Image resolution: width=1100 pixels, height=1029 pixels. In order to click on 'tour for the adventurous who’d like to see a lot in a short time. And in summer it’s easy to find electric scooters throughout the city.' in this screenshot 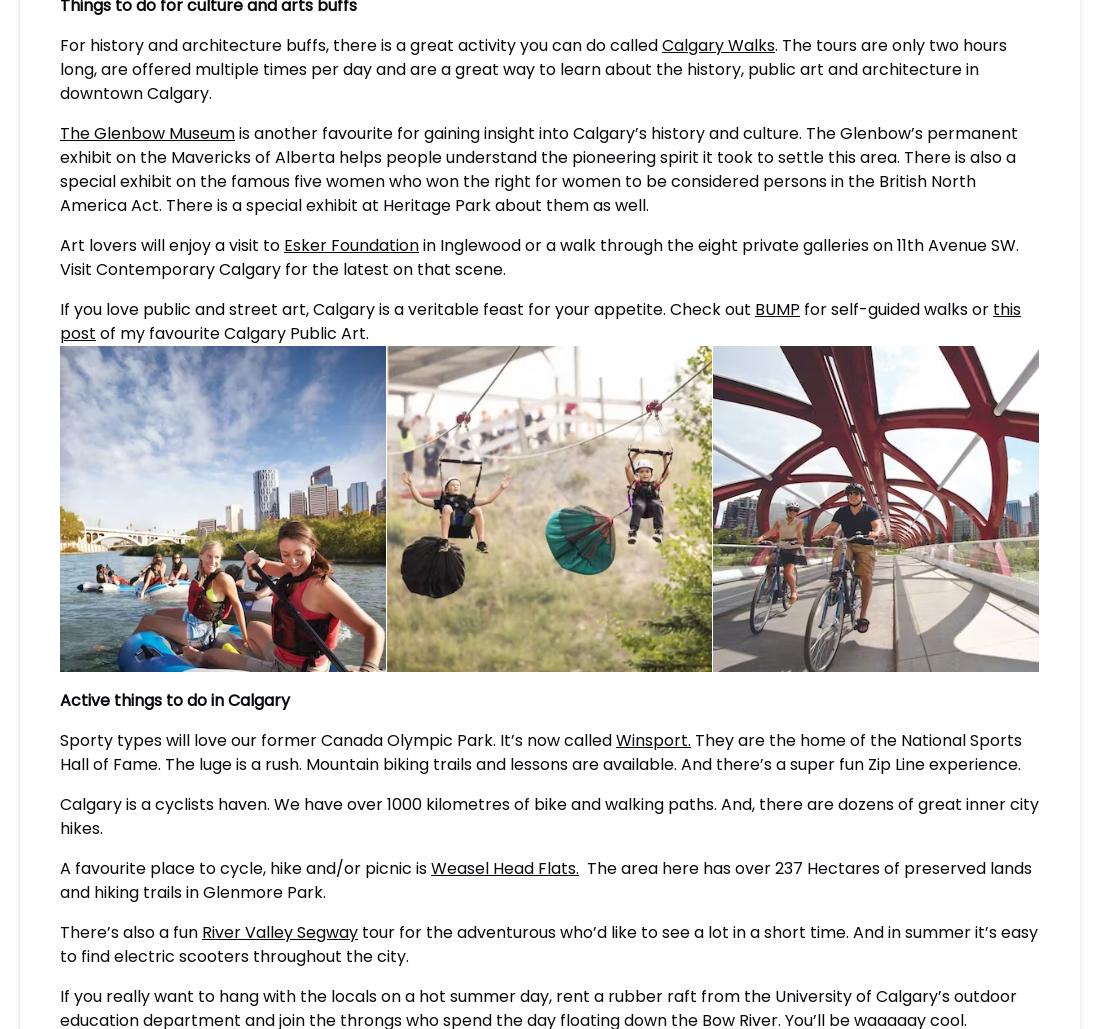, I will do `click(58, 943)`.